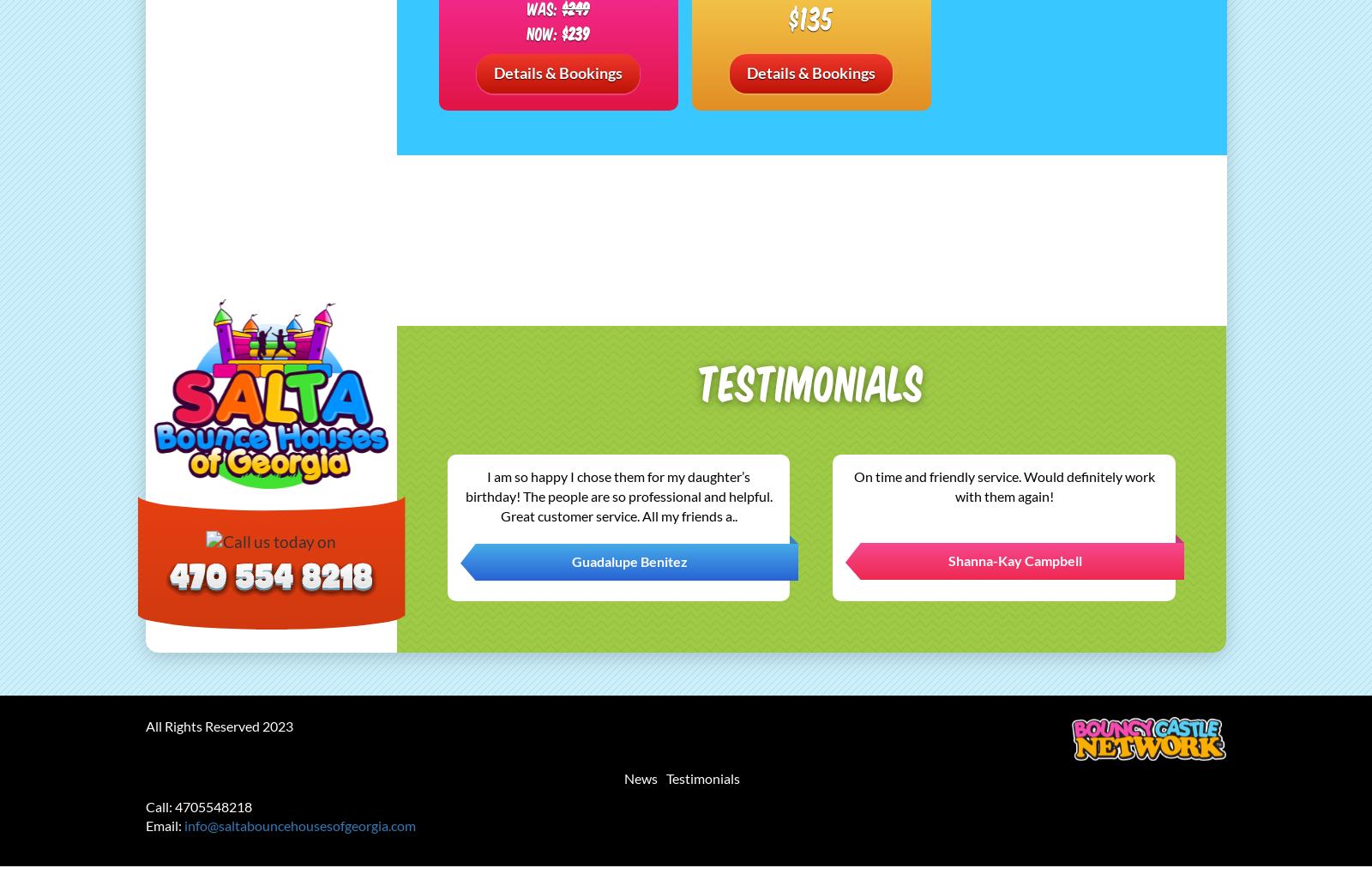  I want to click on 'Call: 4705548218', so click(144, 805).